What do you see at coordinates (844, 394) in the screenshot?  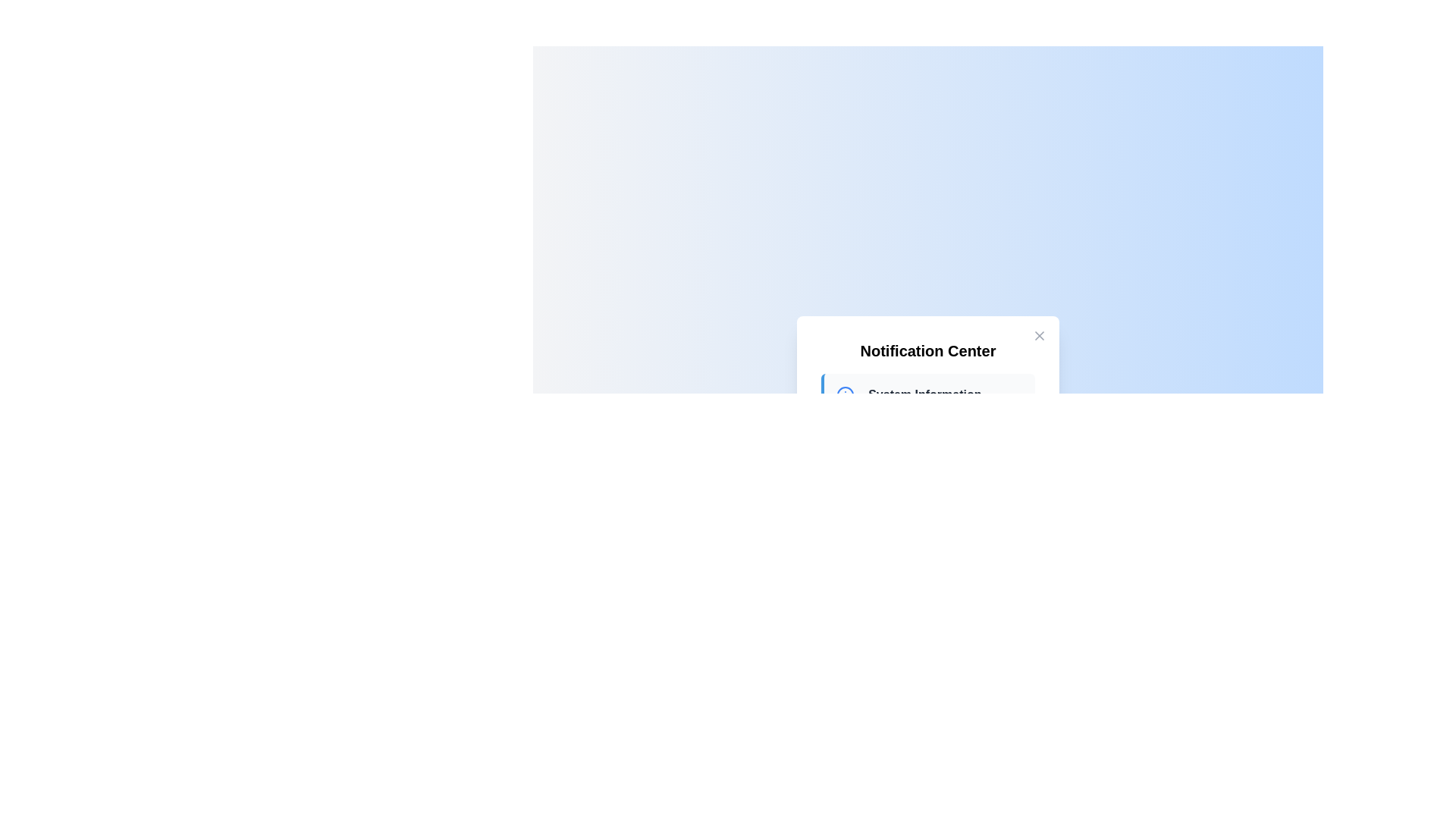 I see `the circular icon with a blue outline and blue-filled center located in the Notification Center modal dialog` at bounding box center [844, 394].